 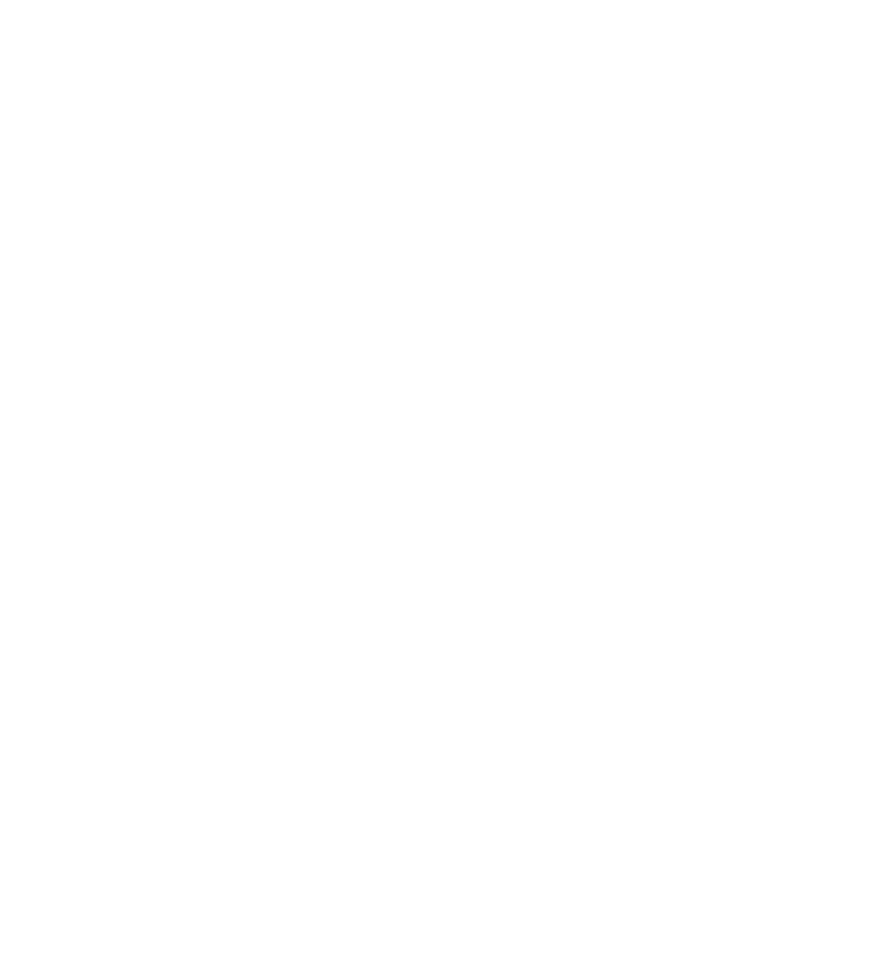 I want to click on 'Landr has introduced an AI Mastering Plug-in for DAWs', so click(x=362, y=864).